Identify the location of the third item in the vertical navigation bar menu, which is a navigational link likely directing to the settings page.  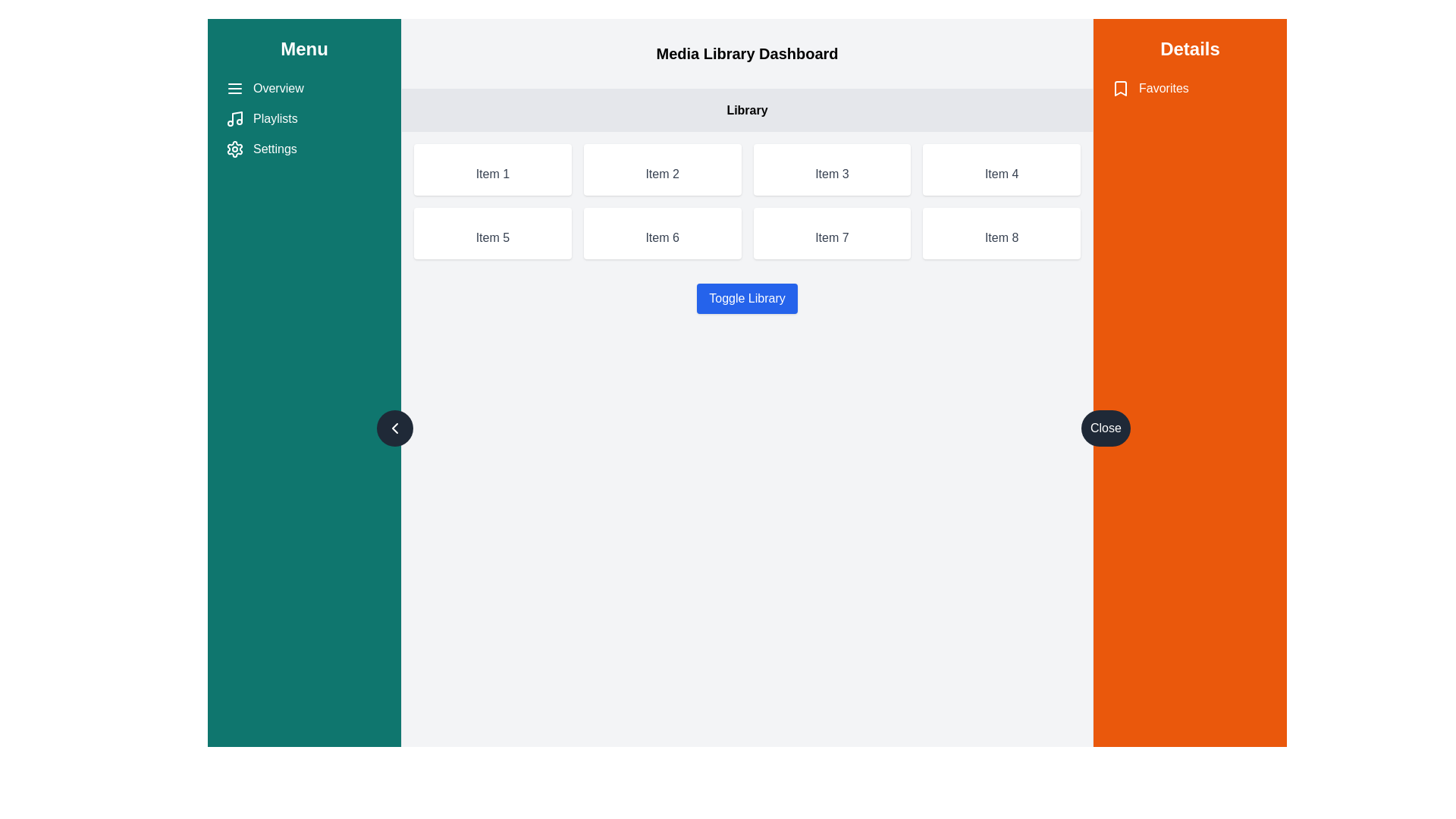
(303, 149).